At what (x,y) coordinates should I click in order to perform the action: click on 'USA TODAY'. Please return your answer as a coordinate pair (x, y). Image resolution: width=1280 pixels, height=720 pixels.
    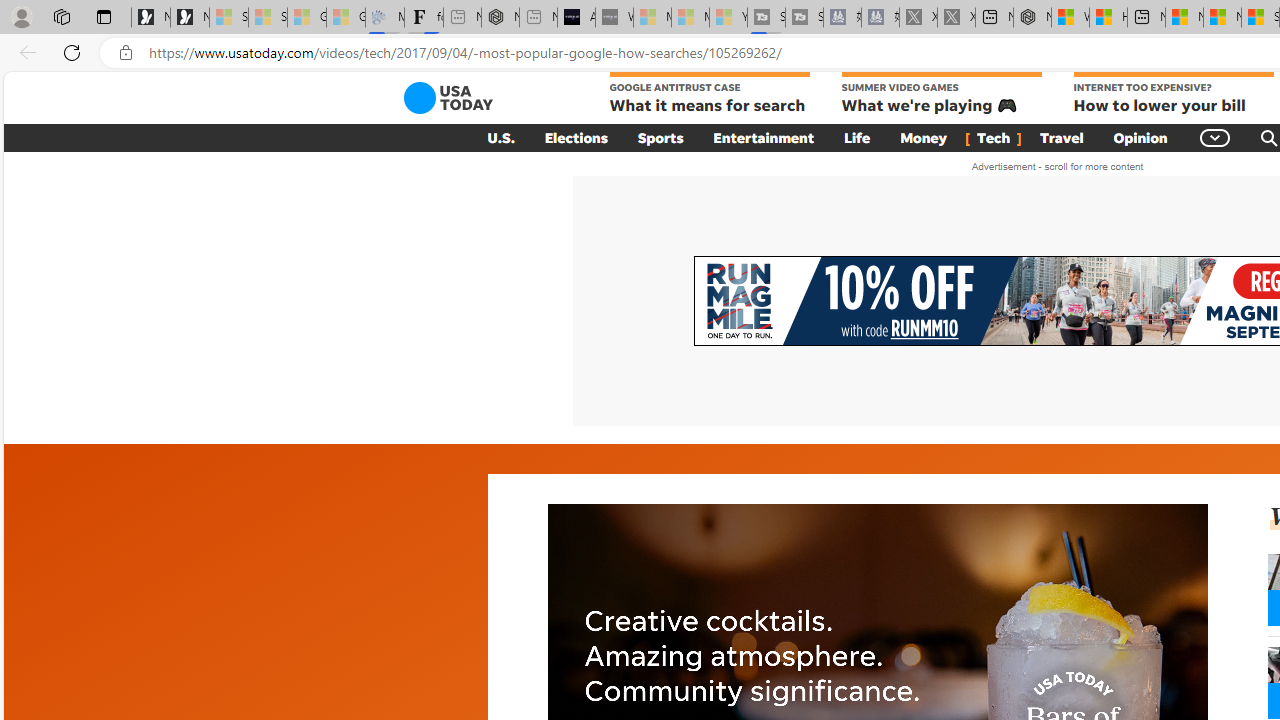
    Looking at the image, I should click on (447, 97).